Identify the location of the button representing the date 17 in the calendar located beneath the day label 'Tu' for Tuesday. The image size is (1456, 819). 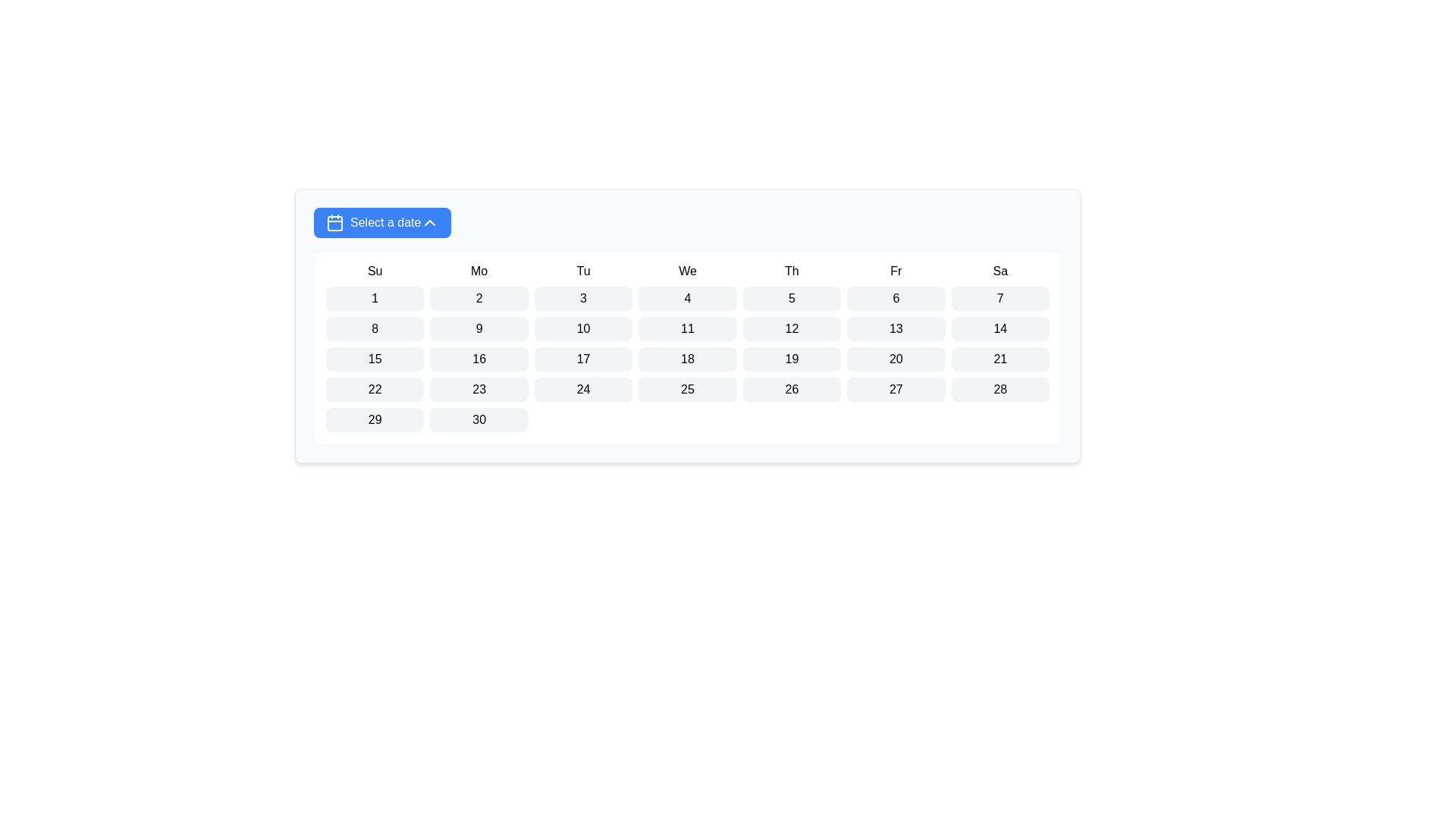
(582, 359).